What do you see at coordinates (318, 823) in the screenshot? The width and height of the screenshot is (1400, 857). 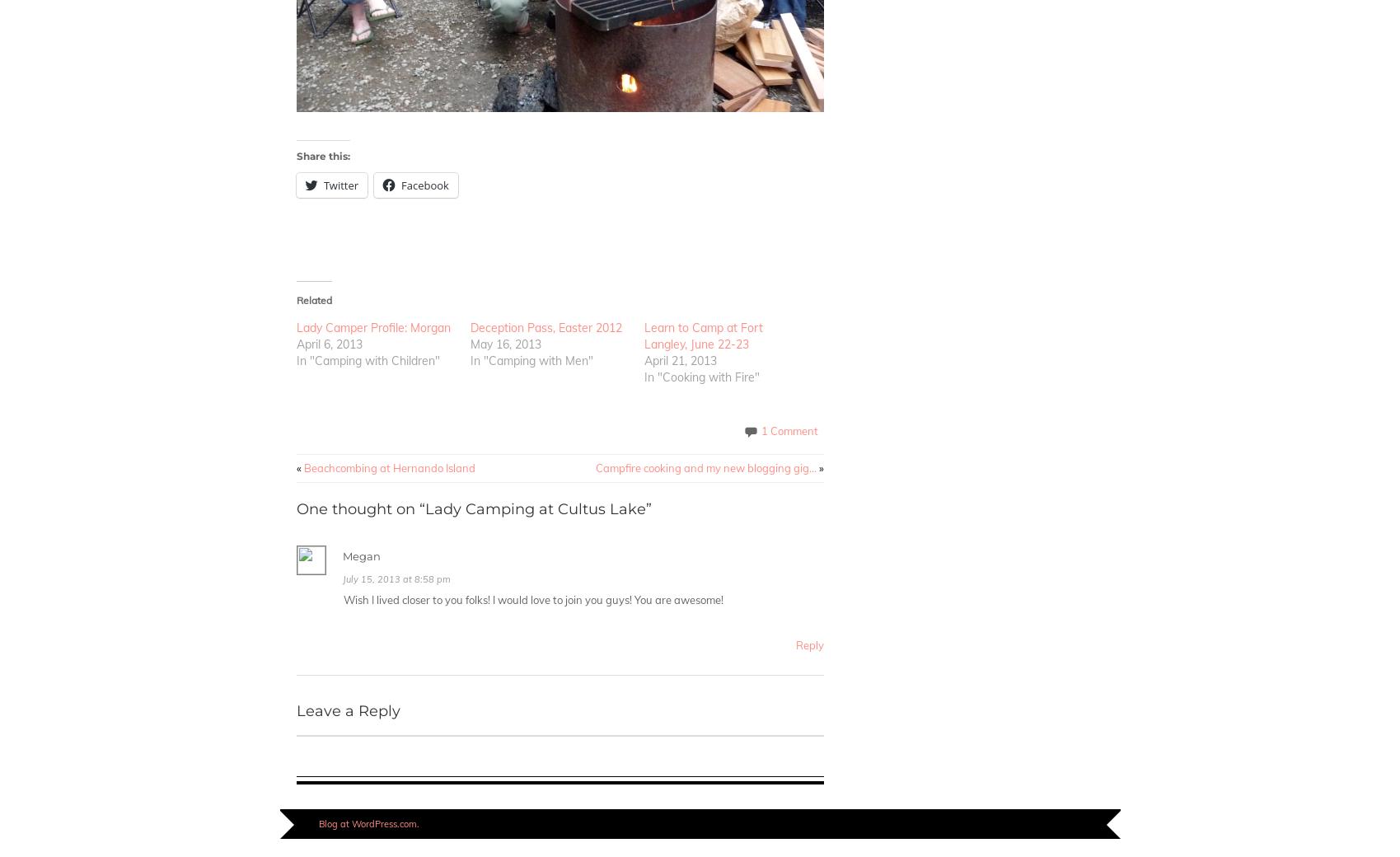 I see `'Blog at WordPress.com.'` at bounding box center [318, 823].